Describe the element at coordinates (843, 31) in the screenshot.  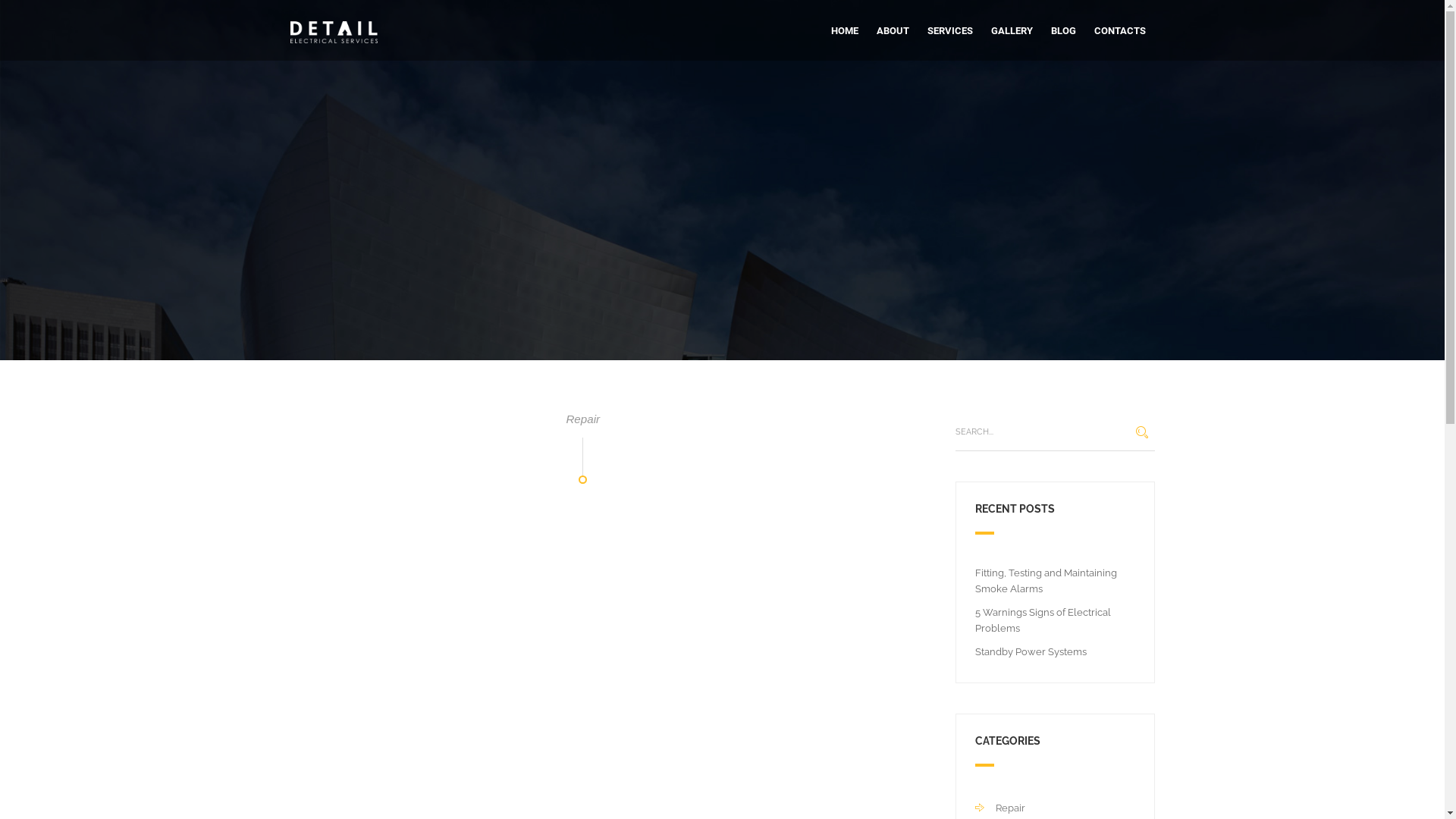
I see `'HOME'` at that location.